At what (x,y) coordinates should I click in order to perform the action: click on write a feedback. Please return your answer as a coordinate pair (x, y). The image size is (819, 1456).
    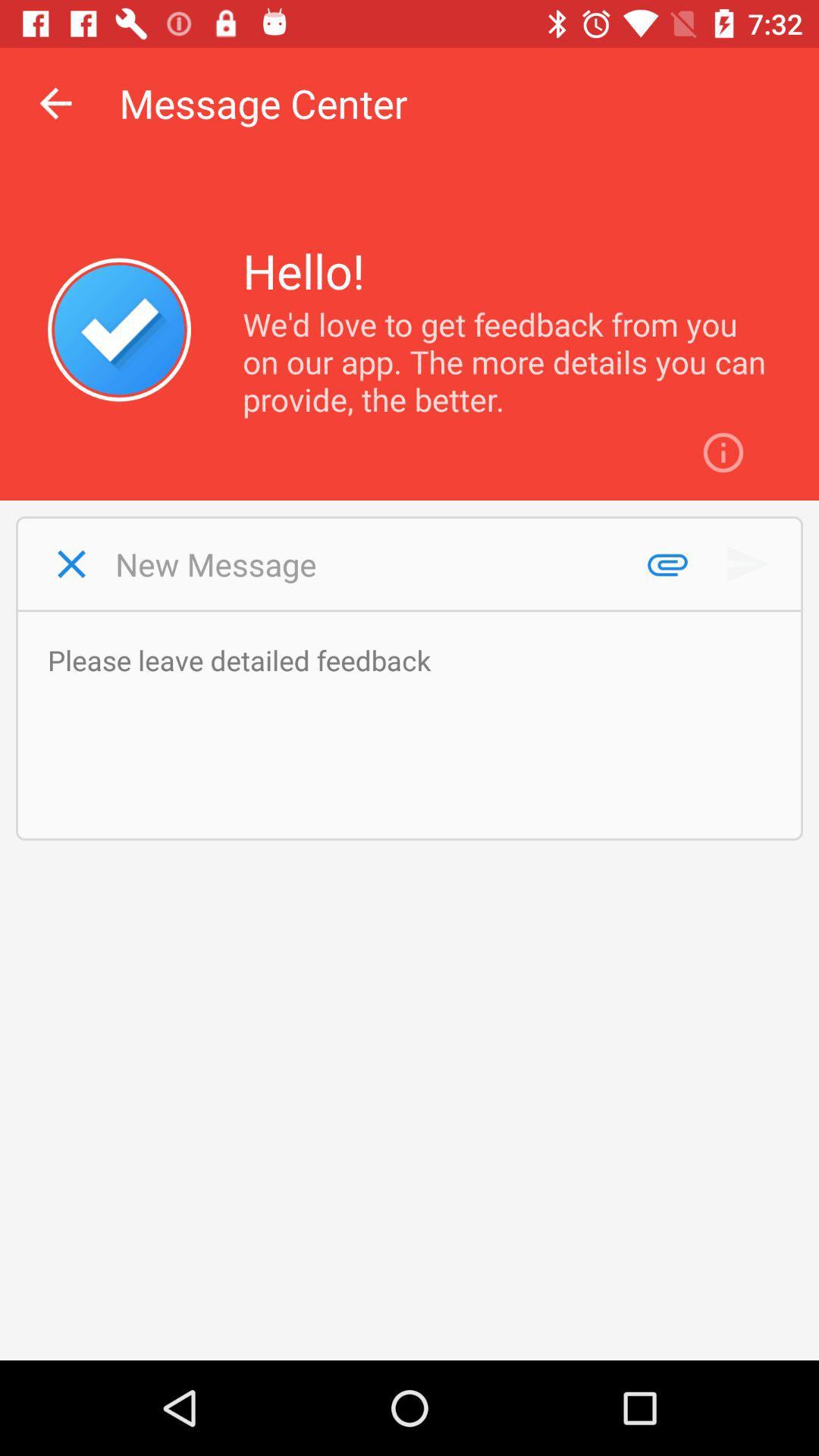
    Looking at the image, I should click on (417, 724).